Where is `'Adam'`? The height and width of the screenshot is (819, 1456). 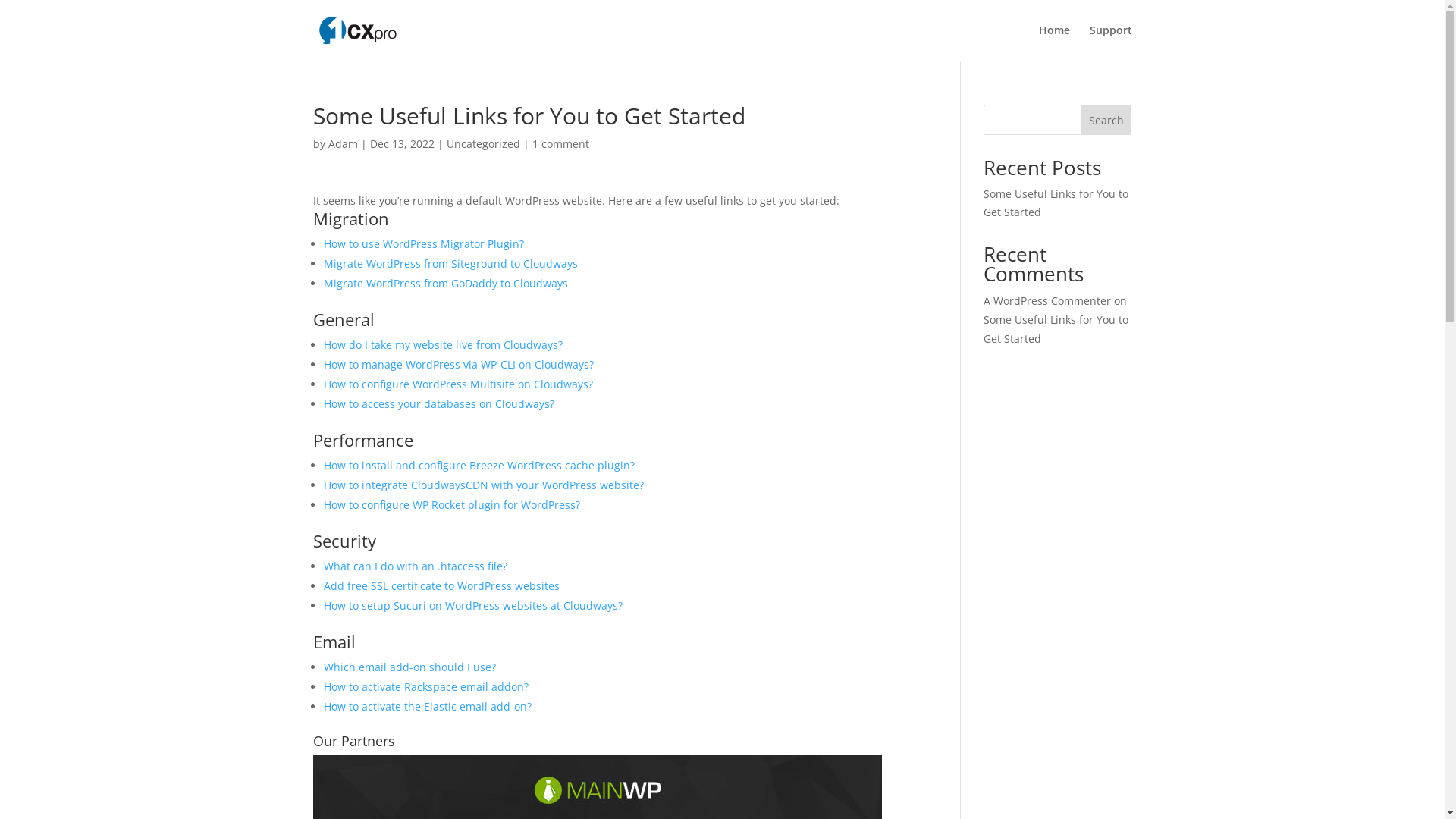
'Adam' is located at coordinates (327, 143).